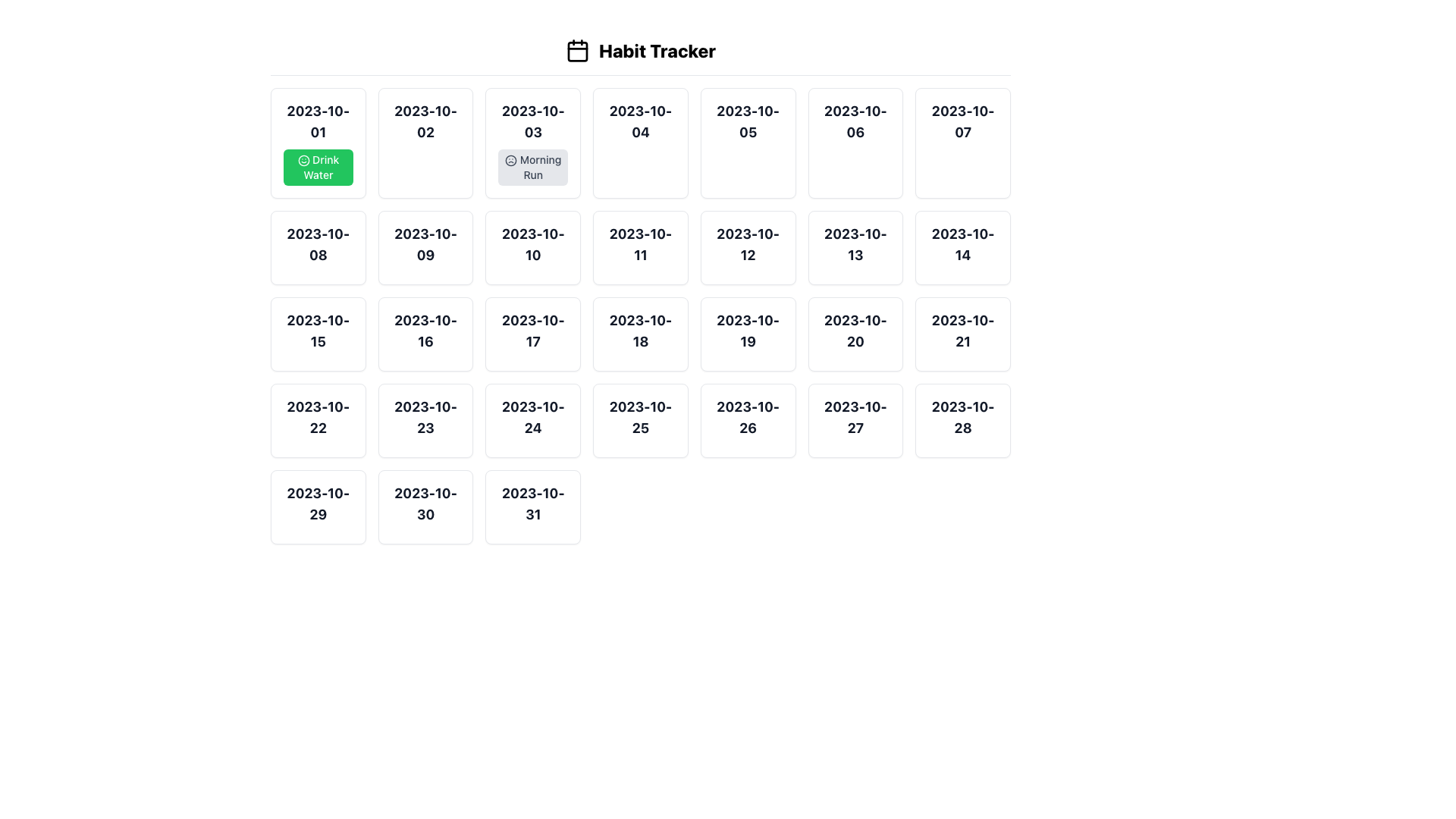  I want to click on the static text element displaying the date '2023-10-08', which is located in the second row and the first column of the date grid, so click(317, 244).